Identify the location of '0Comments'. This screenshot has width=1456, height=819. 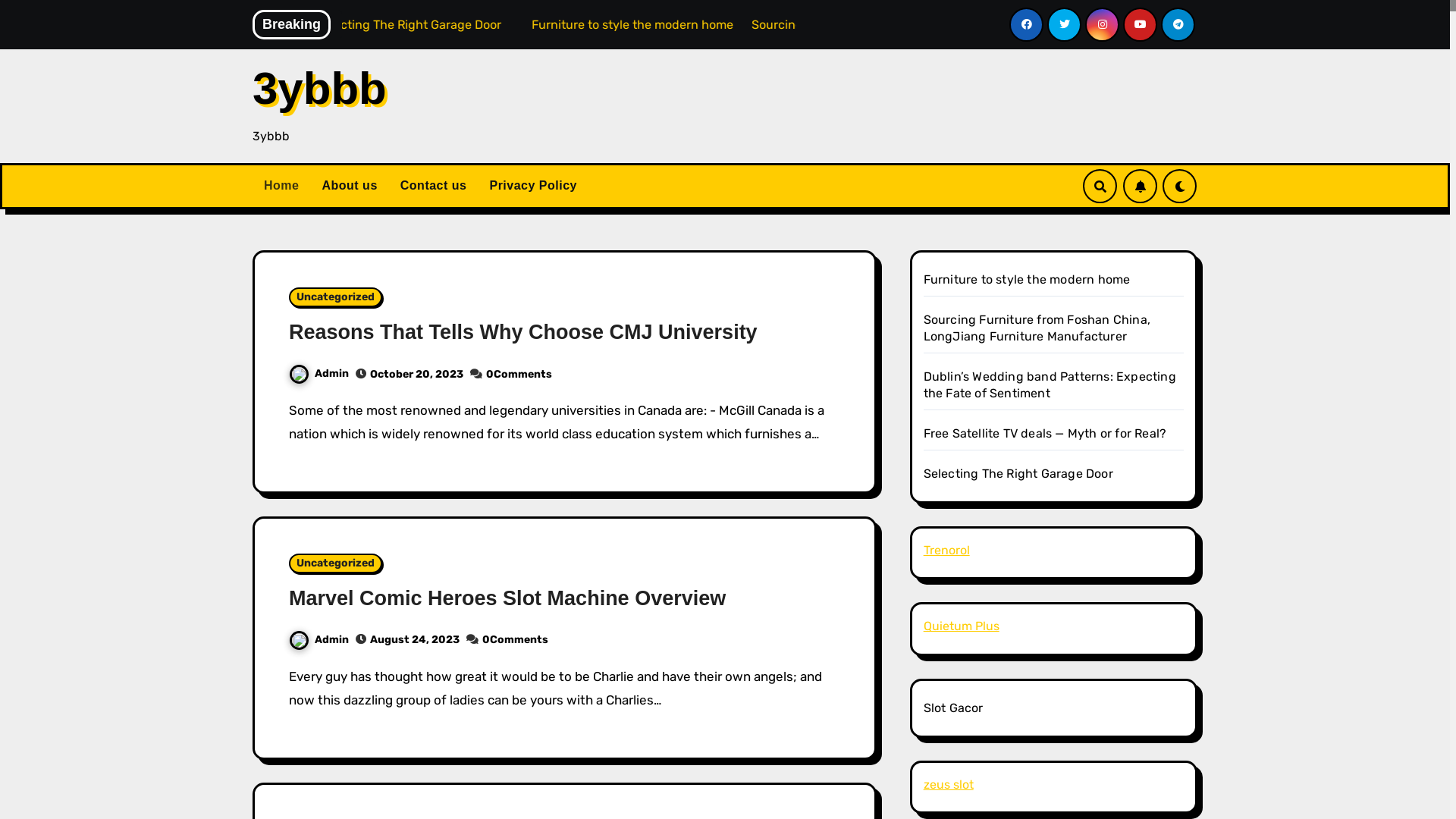
(515, 639).